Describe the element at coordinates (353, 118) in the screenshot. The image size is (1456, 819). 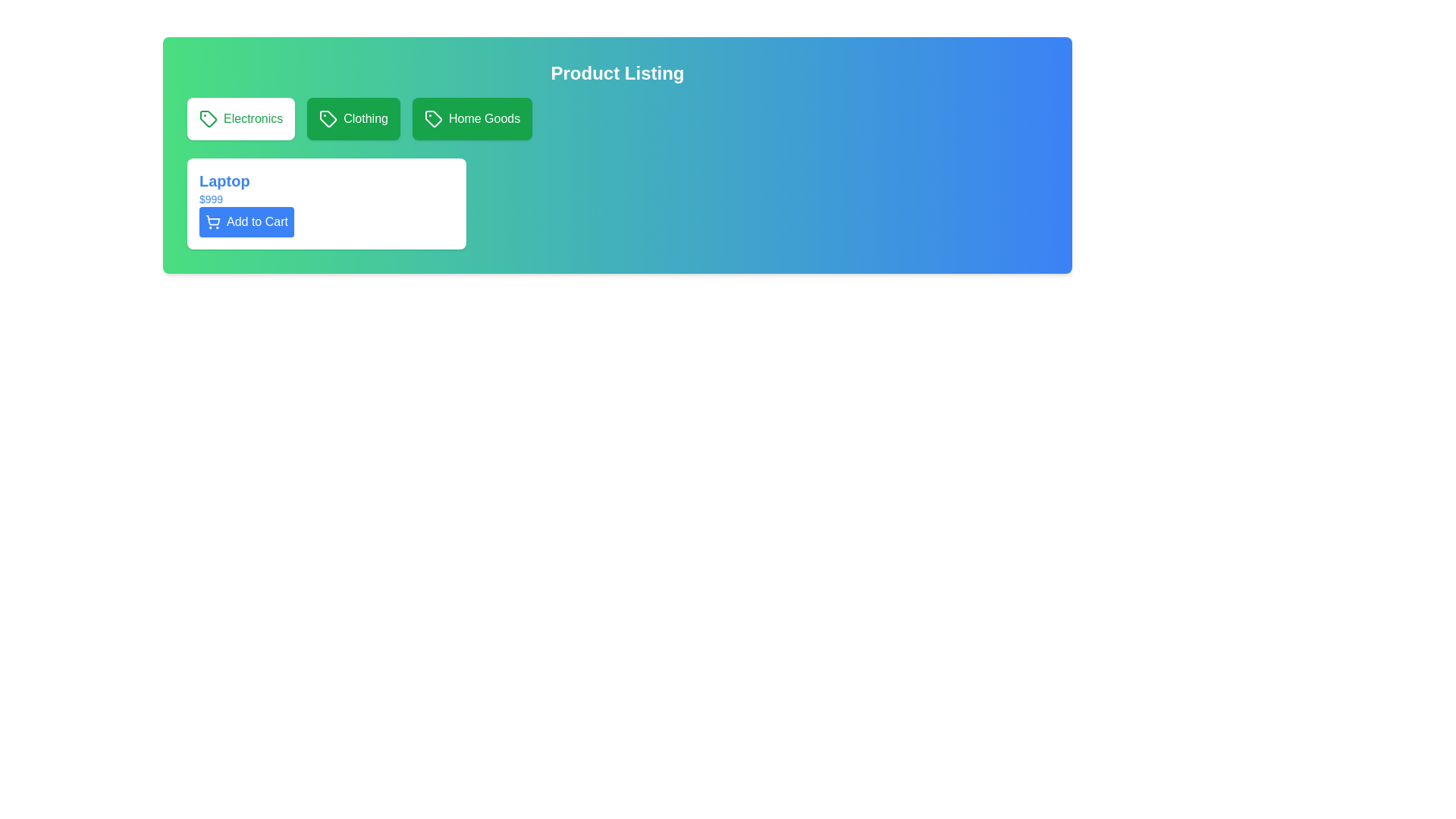
I see `the rectangular button with rounded corners that has a vivid green background and contains a price tag icon and the text 'Clothing'` at that location.